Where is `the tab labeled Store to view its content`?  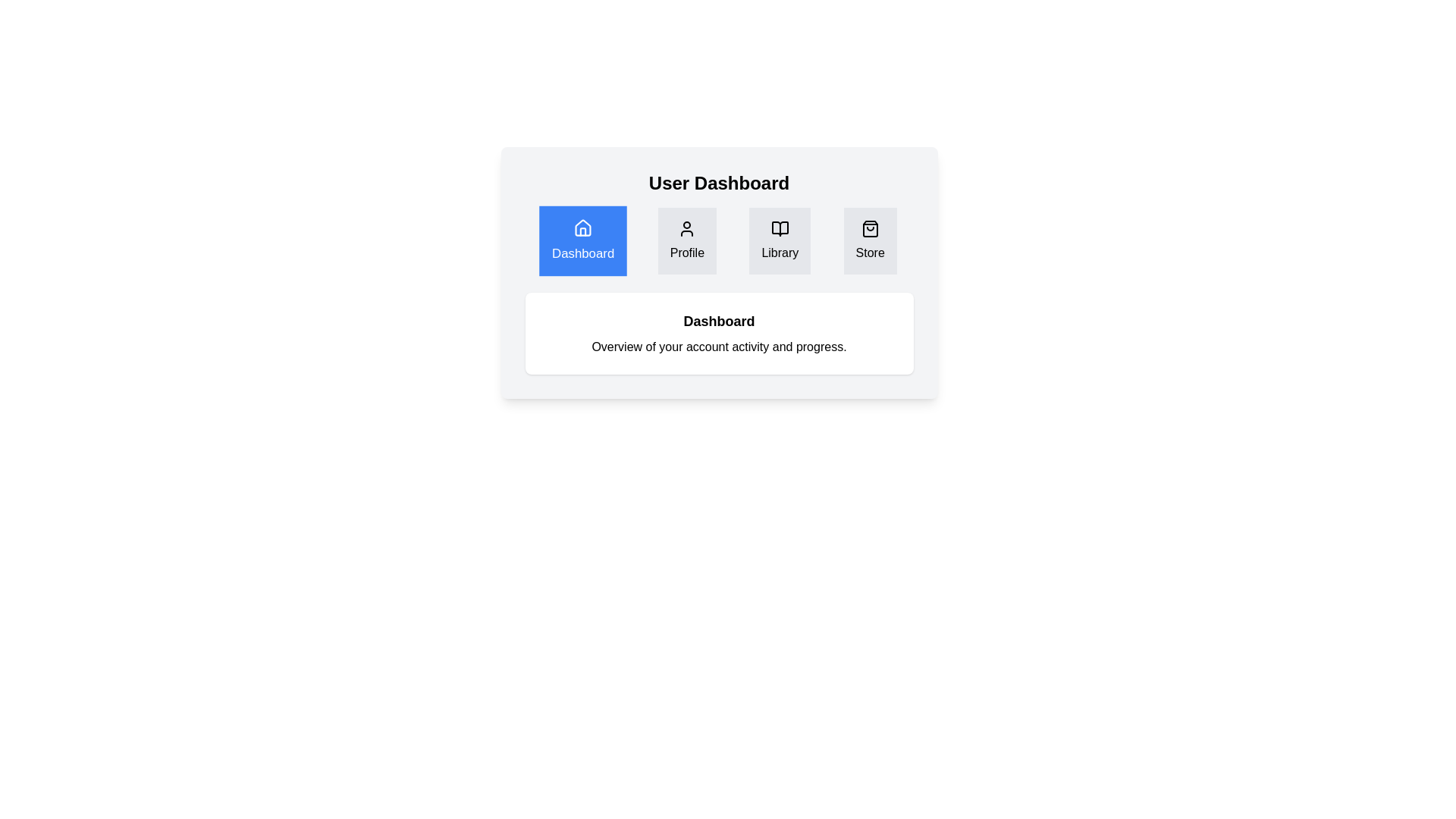
the tab labeled Store to view its content is located at coordinates (870, 240).